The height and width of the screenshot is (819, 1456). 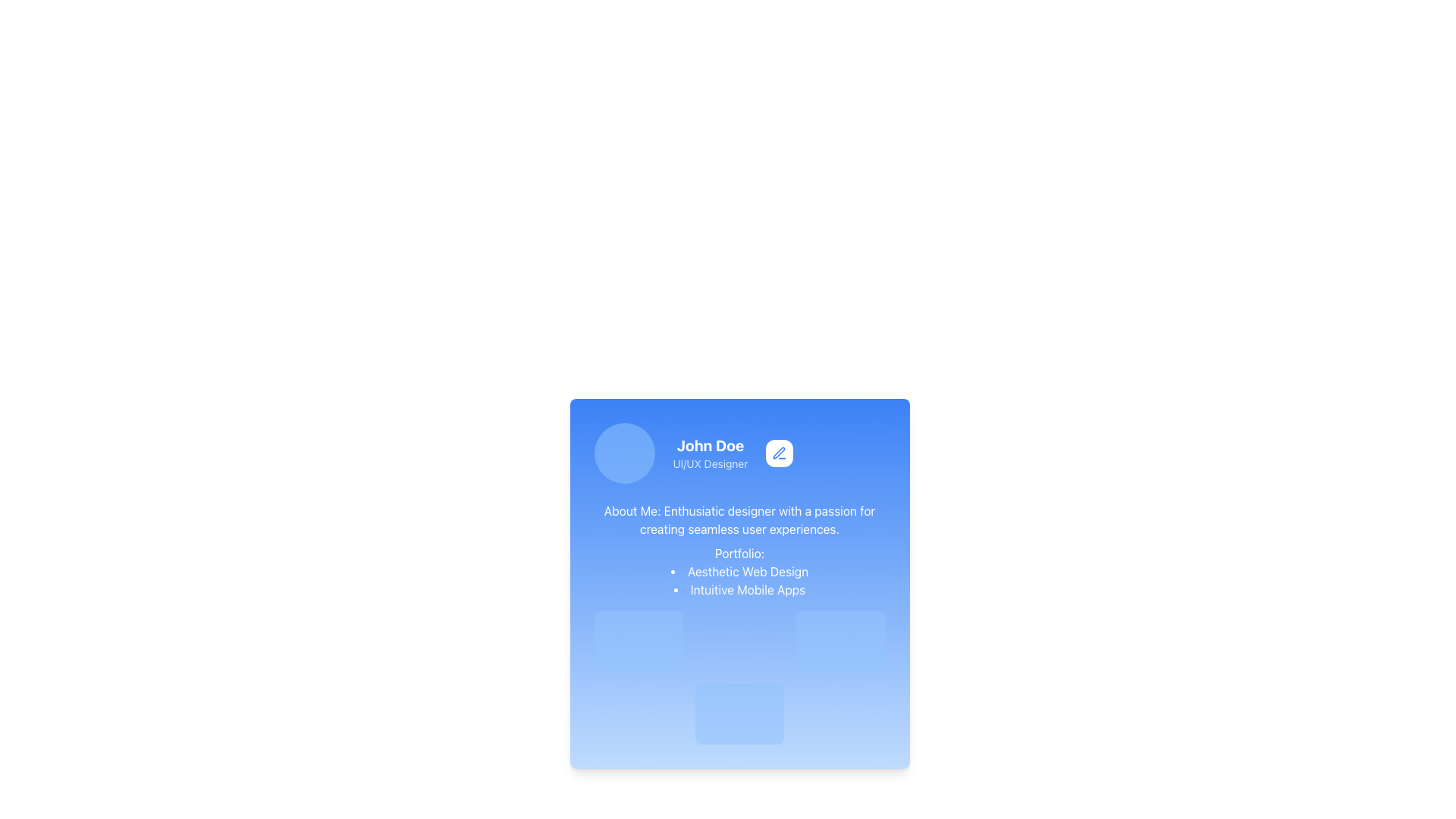 I want to click on the Text Block displaying the profile header, which is located to the right of a circular placeholder image and to the left of a pen icon button, so click(x=709, y=452).